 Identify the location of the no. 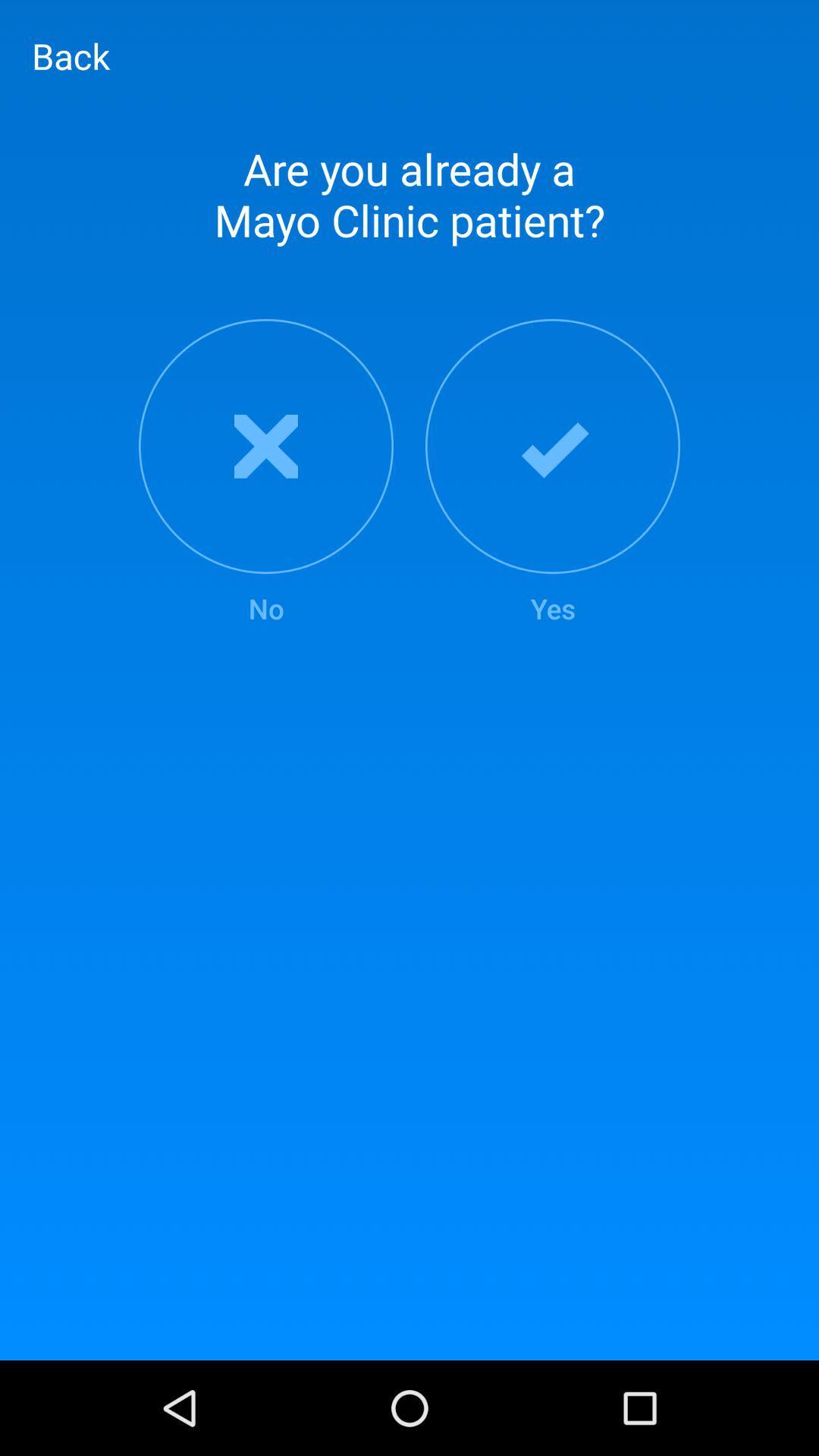
(265, 472).